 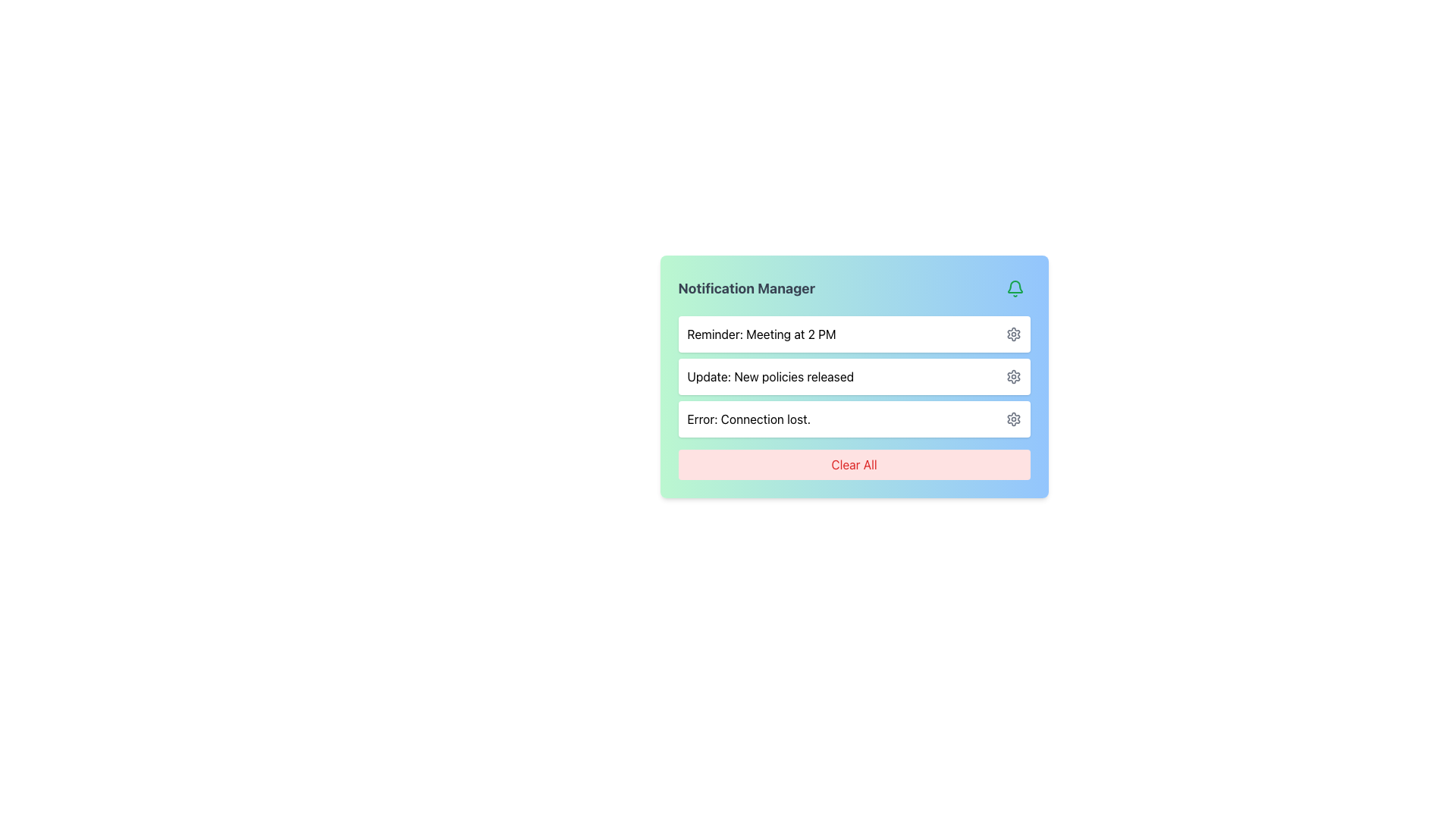 What do you see at coordinates (1013, 376) in the screenshot?
I see `the gear icon representing settings for the second notification titled 'Update: New policies released' in the notification manager interface` at bounding box center [1013, 376].